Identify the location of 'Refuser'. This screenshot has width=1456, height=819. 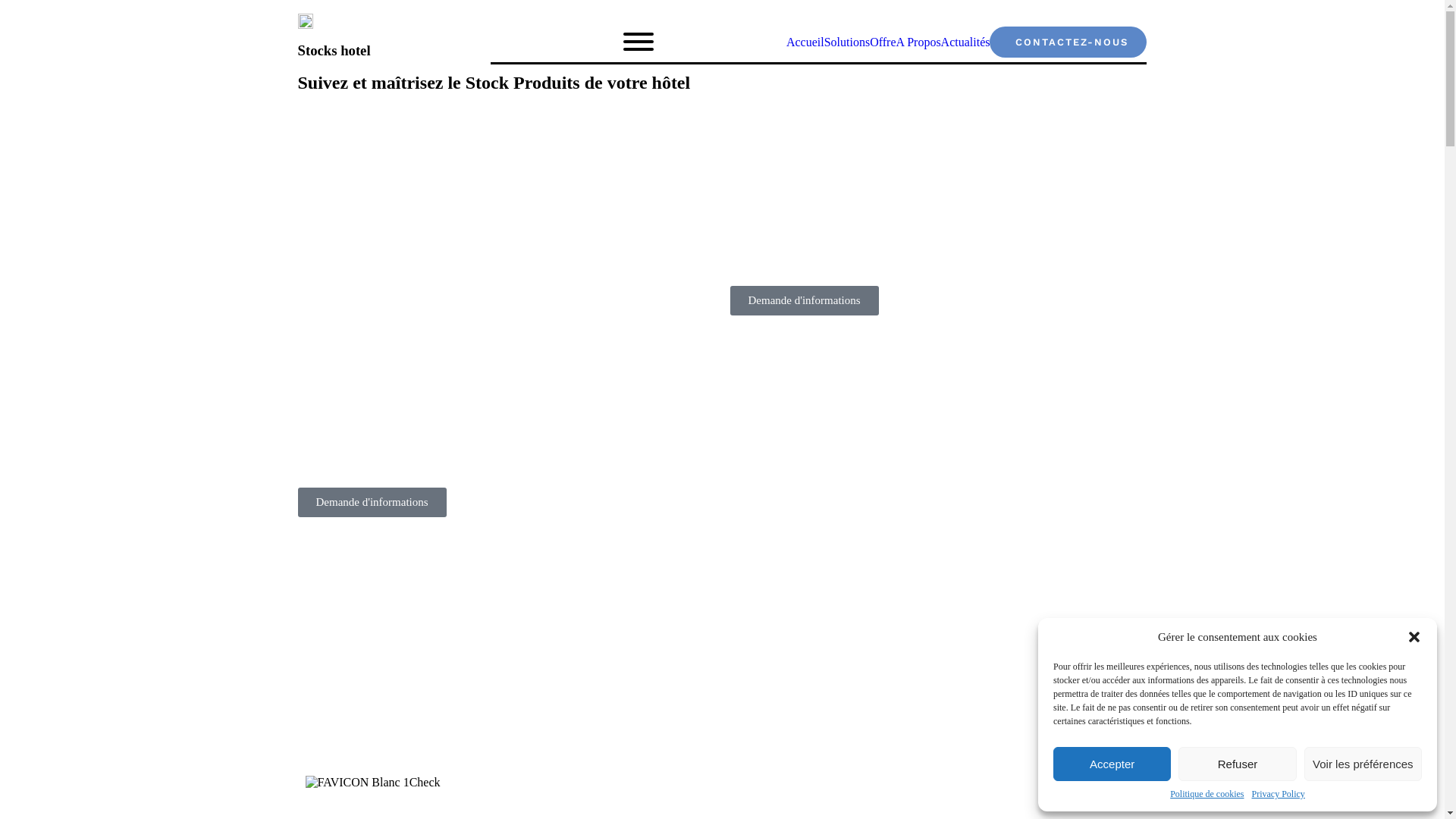
(1178, 764).